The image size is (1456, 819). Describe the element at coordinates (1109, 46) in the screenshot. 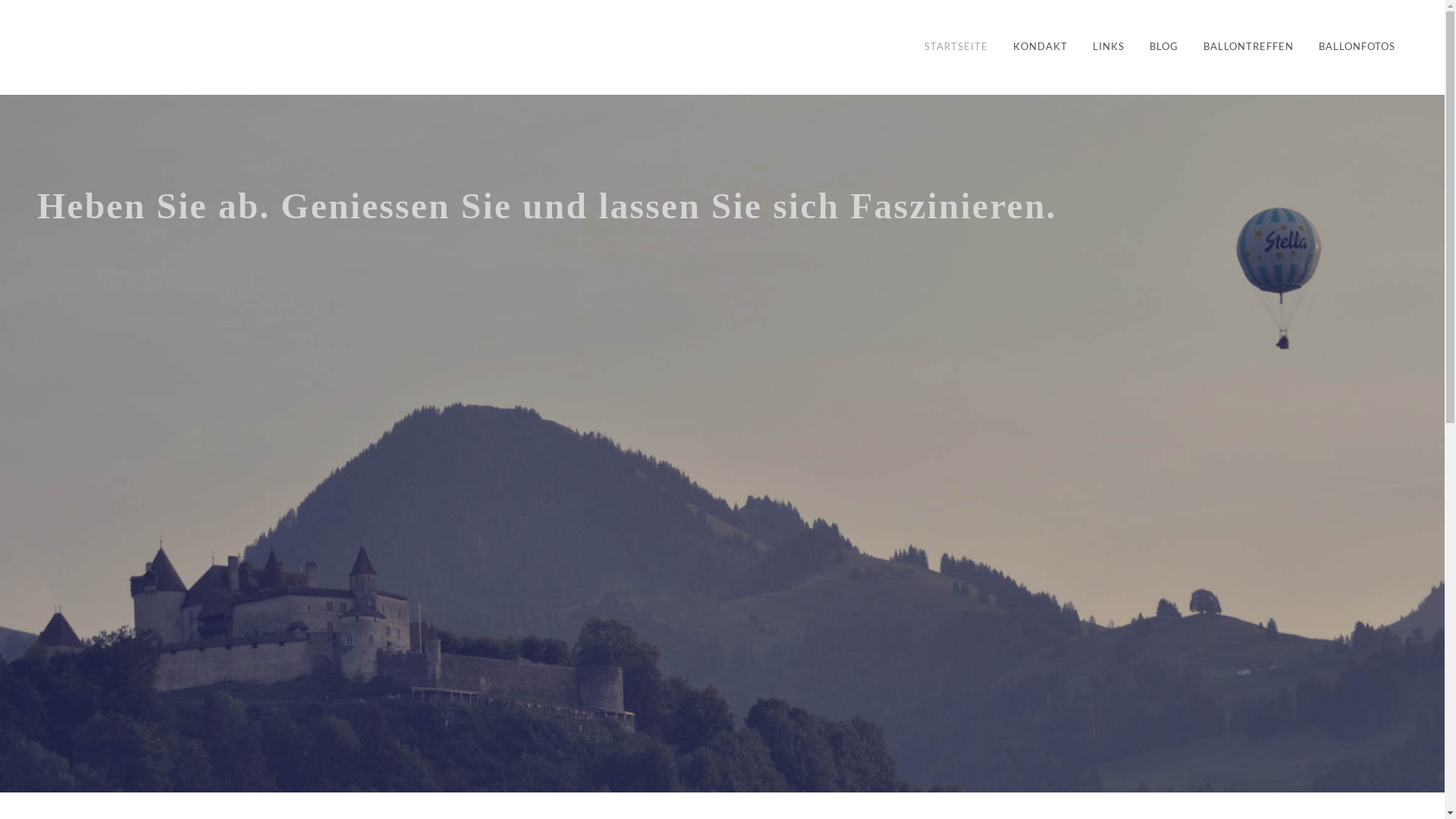

I see `'LINKS'` at that location.